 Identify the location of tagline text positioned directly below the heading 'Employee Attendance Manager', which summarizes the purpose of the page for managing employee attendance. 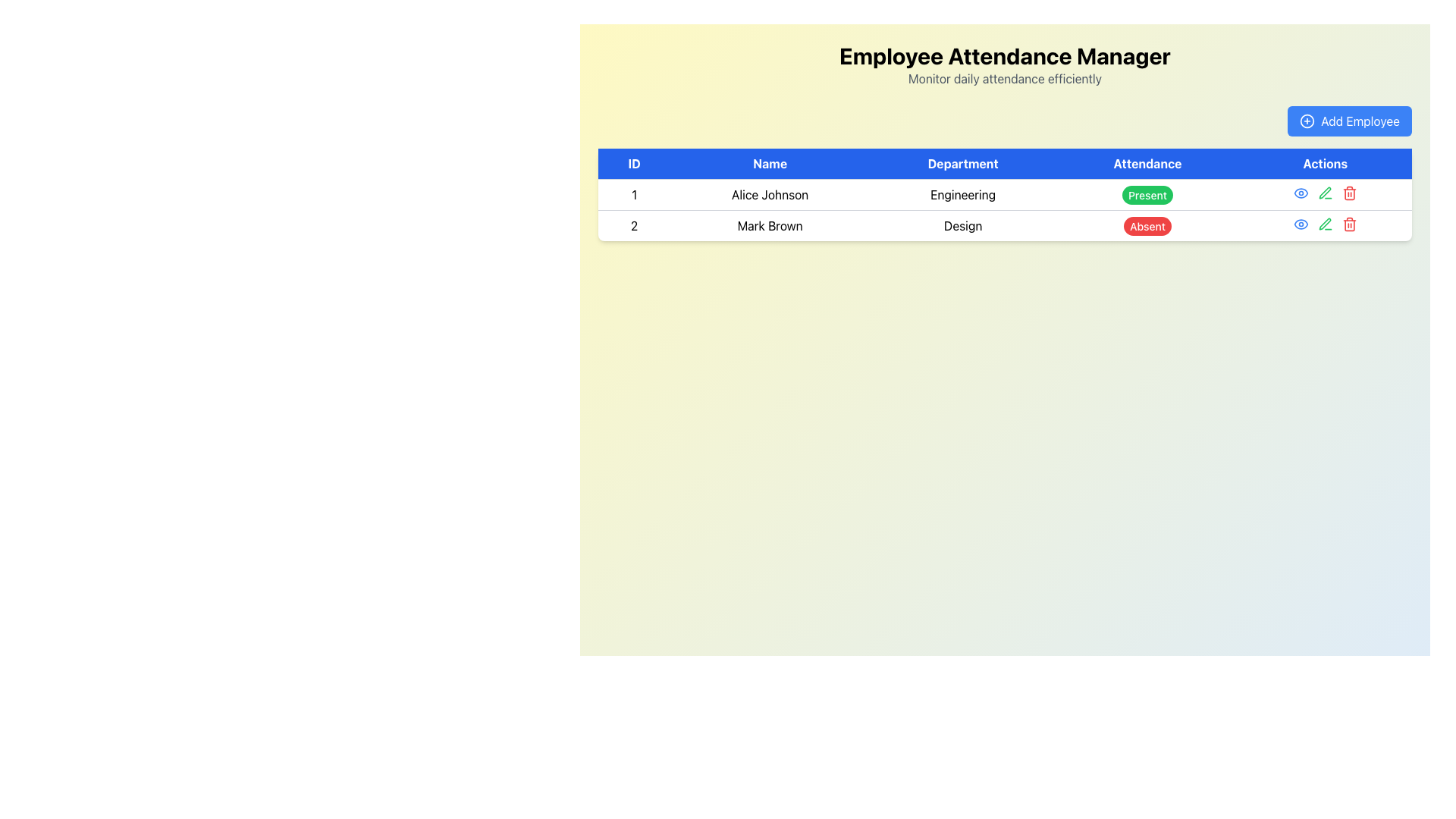
(1005, 79).